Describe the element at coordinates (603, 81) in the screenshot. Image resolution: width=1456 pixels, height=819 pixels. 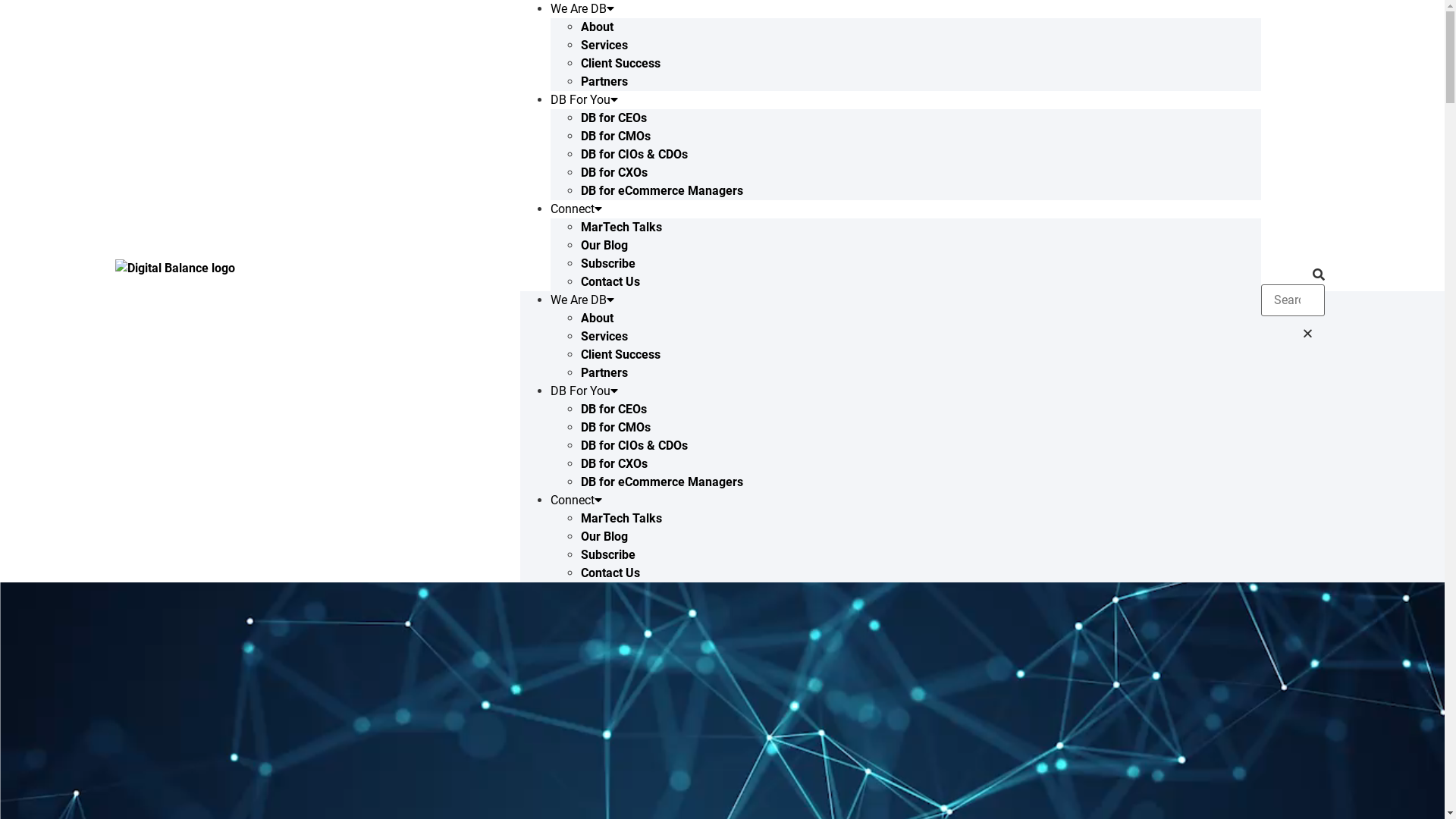
I see `'Partners'` at that location.